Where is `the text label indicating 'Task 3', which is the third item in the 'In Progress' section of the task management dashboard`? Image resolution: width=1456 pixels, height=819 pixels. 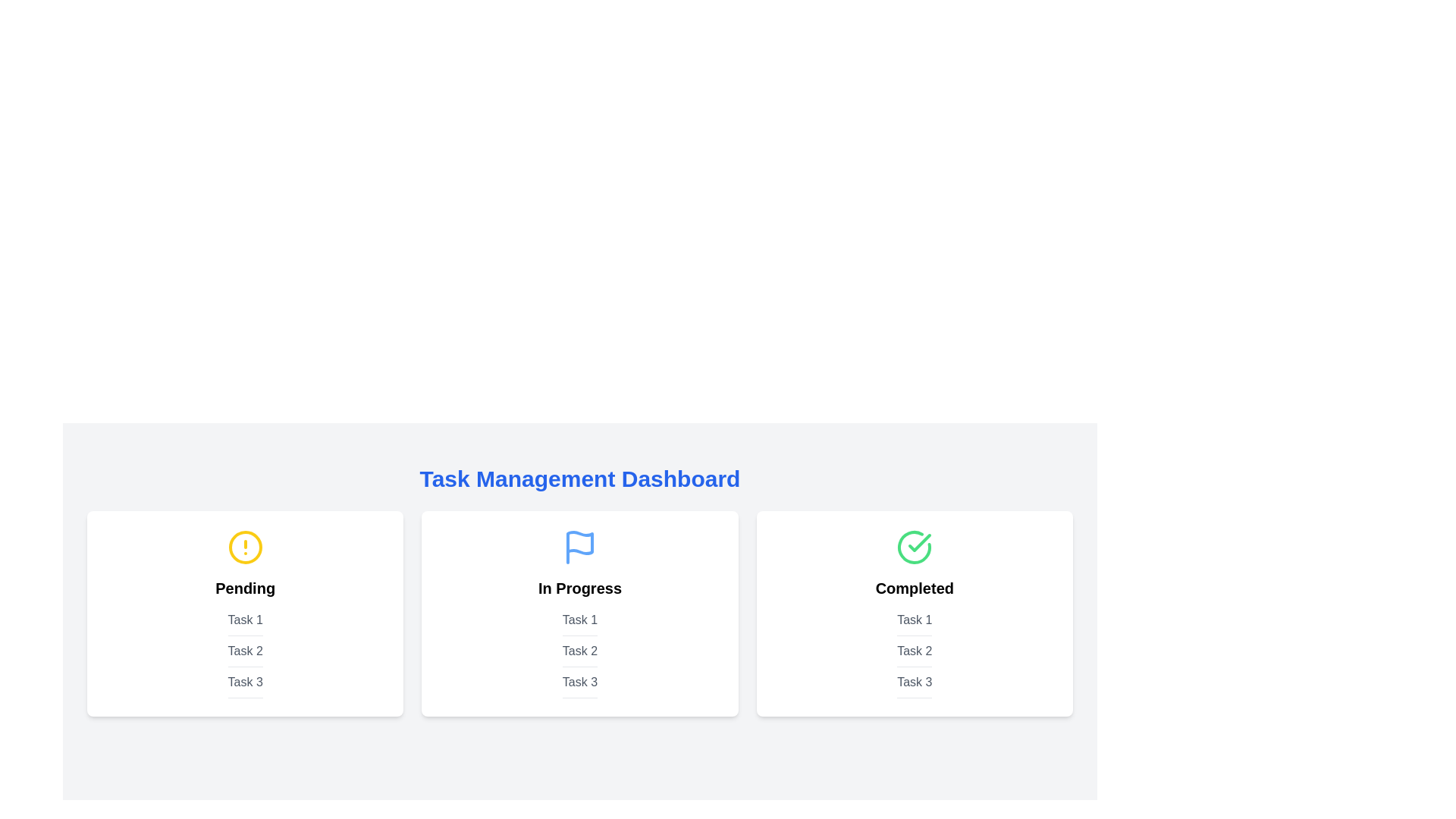
the text label indicating 'Task 3', which is the third item in the 'In Progress' section of the task management dashboard is located at coordinates (579, 686).